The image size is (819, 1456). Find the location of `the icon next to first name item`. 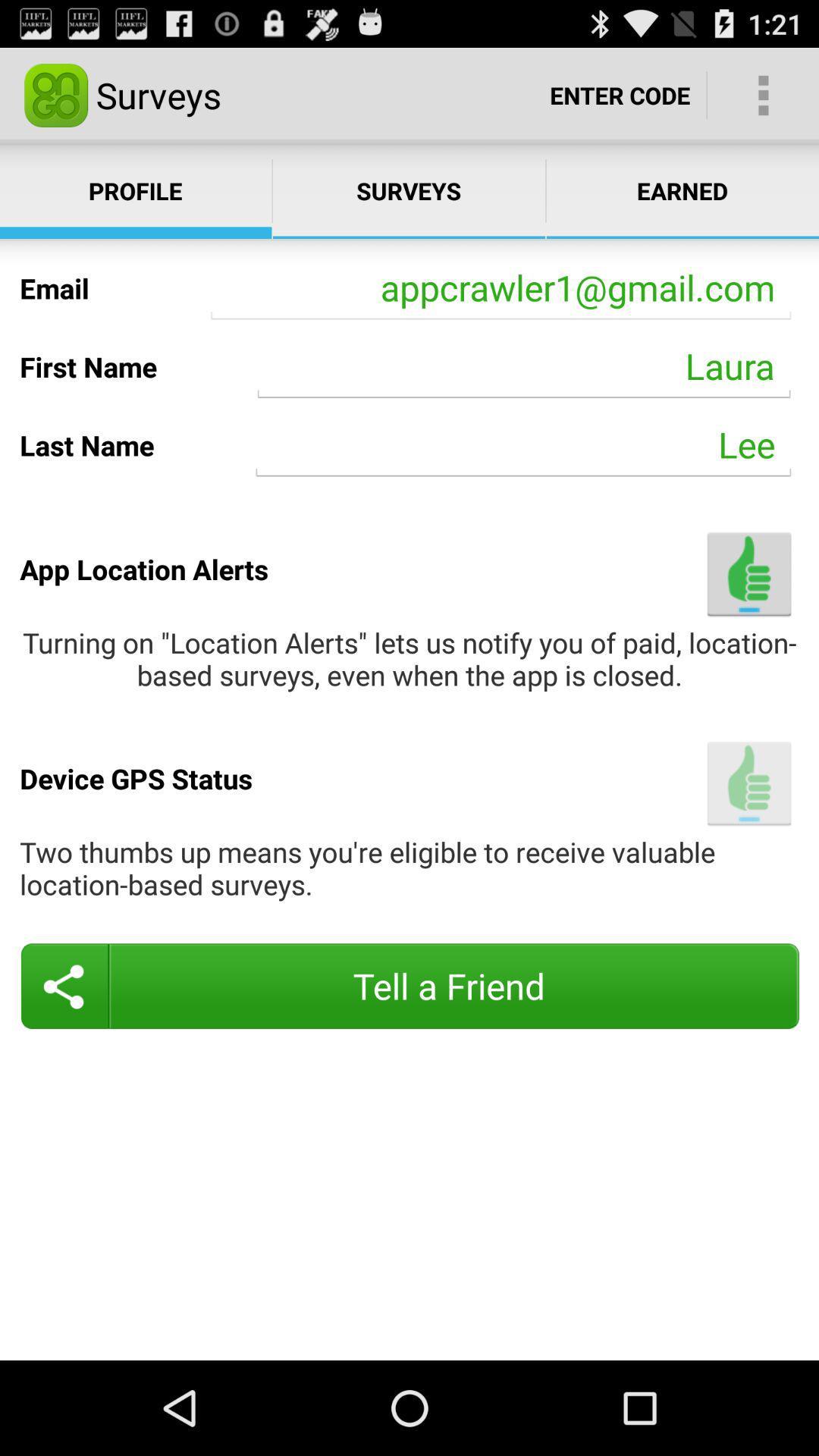

the icon next to first name item is located at coordinates (523, 366).